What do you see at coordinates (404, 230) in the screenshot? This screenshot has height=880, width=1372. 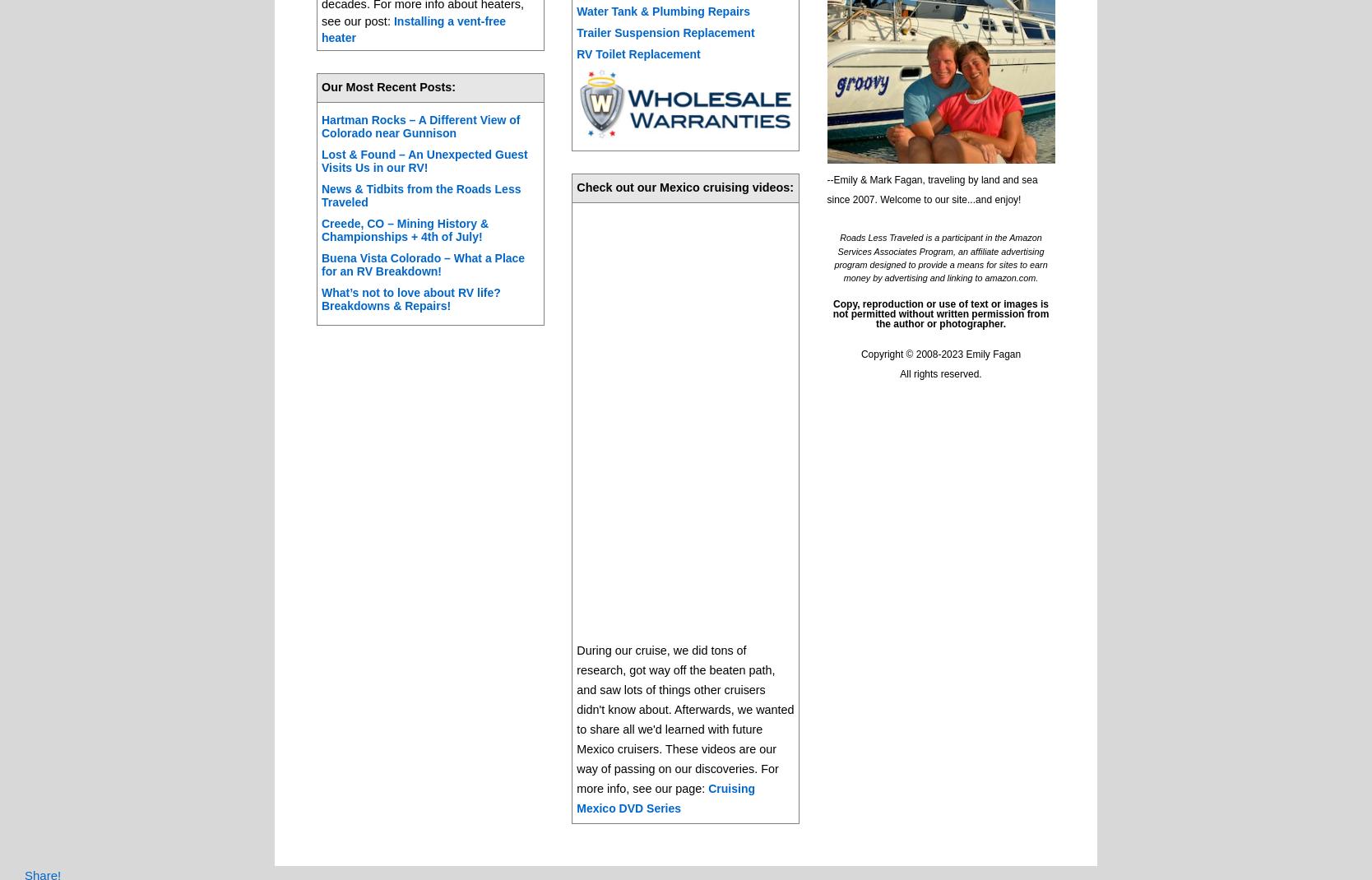 I see `'Creede, CO – Mining History & Championships + 4th of July!'` at bounding box center [404, 230].